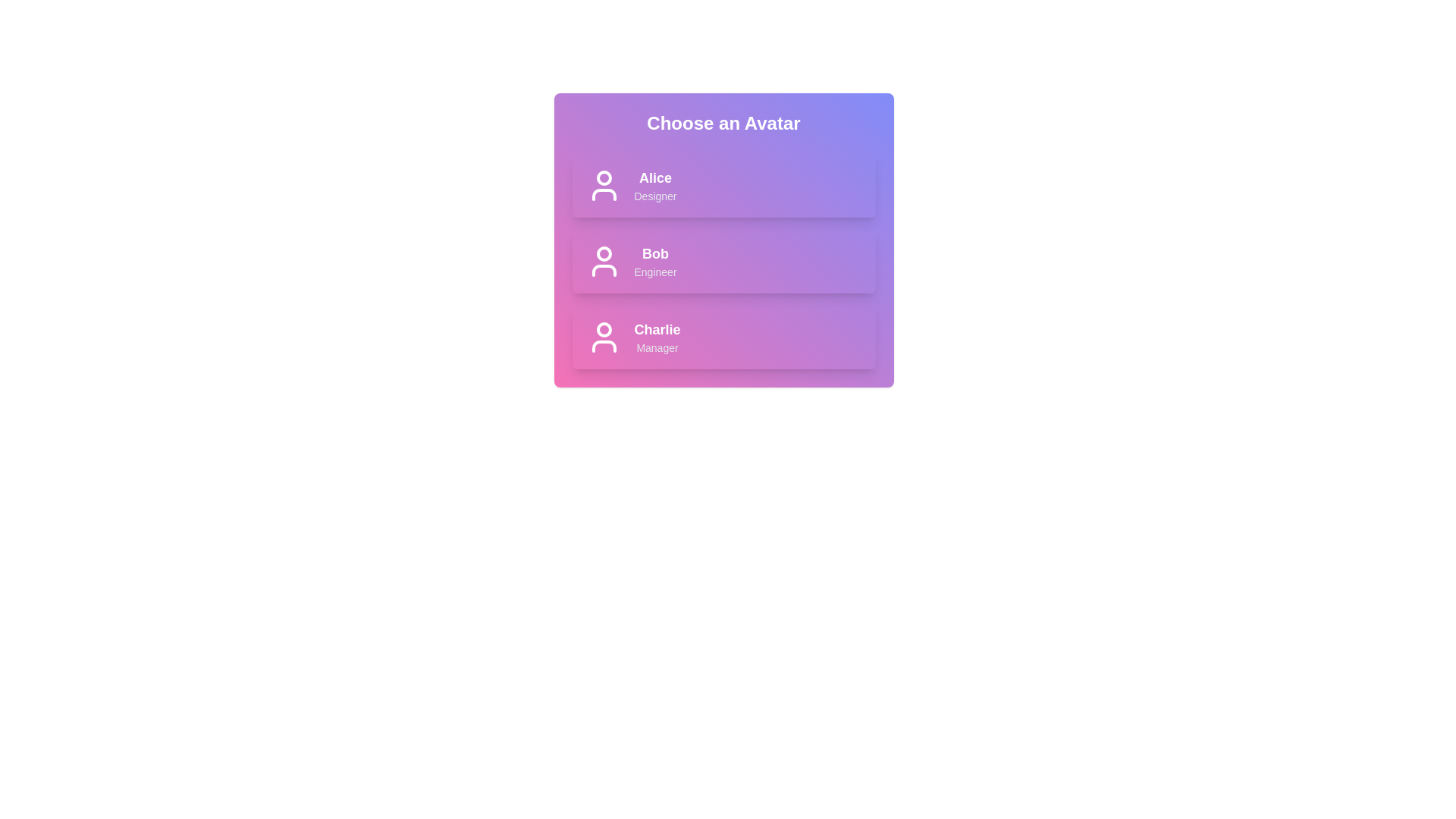 This screenshot has width=1456, height=819. I want to click on the text label displaying 'Designer' in light gray, located below the name 'Alice' in the first list item of the card interface, so click(655, 195).